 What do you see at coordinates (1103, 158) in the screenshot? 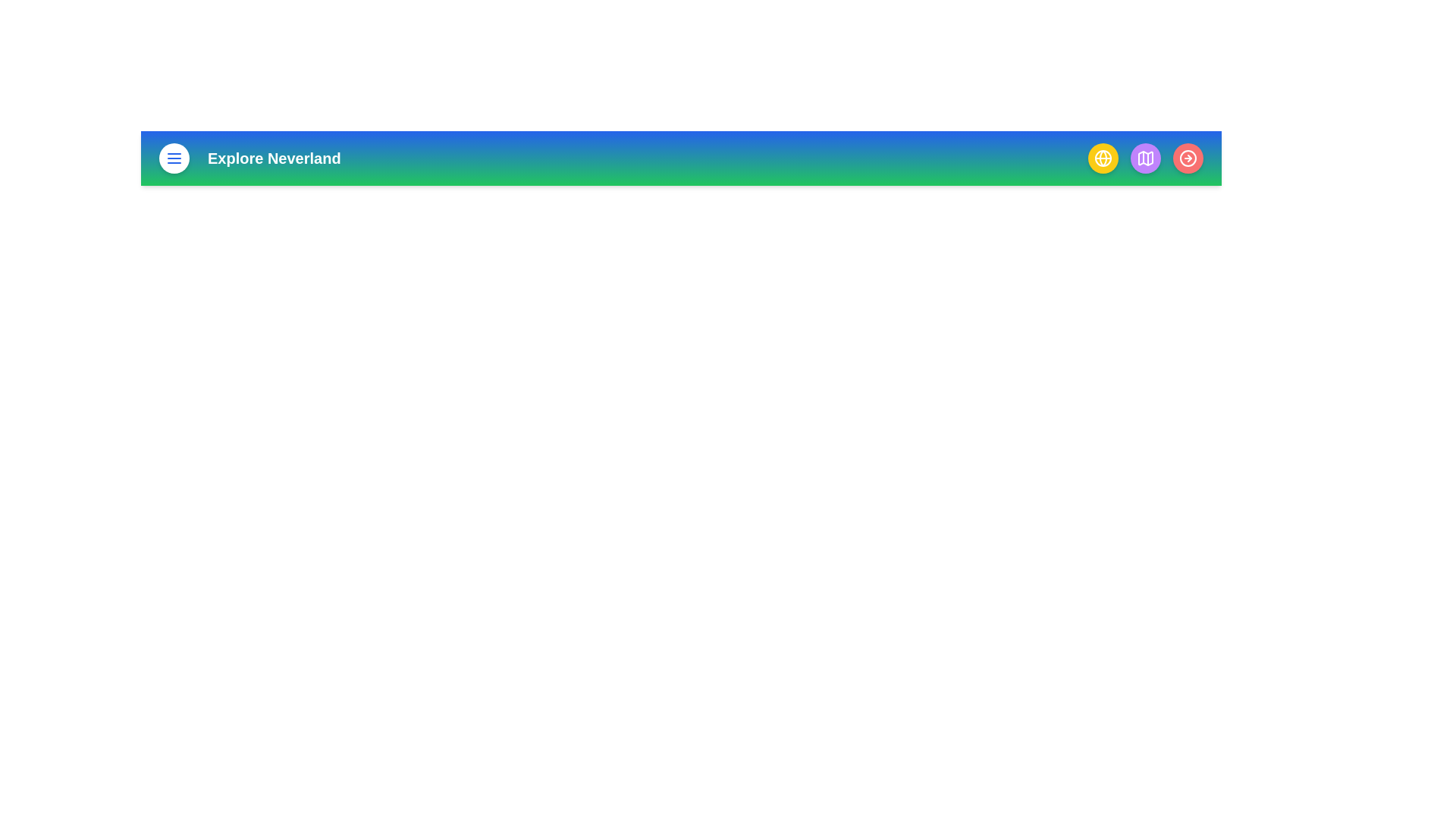
I see `the globe button to access global settings` at bounding box center [1103, 158].